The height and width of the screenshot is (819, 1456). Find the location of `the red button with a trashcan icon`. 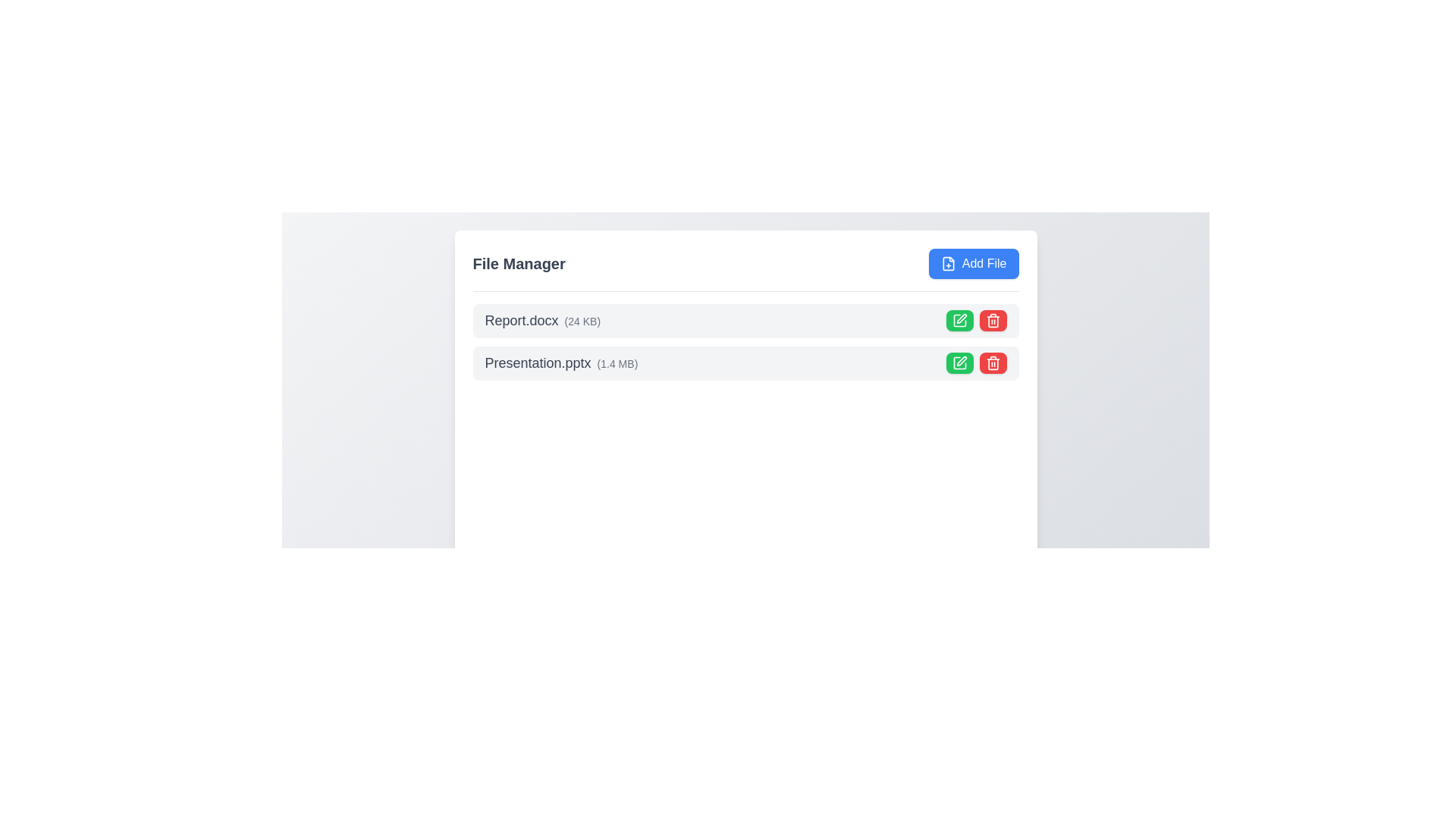

the red button with a trashcan icon is located at coordinates (993, 320).